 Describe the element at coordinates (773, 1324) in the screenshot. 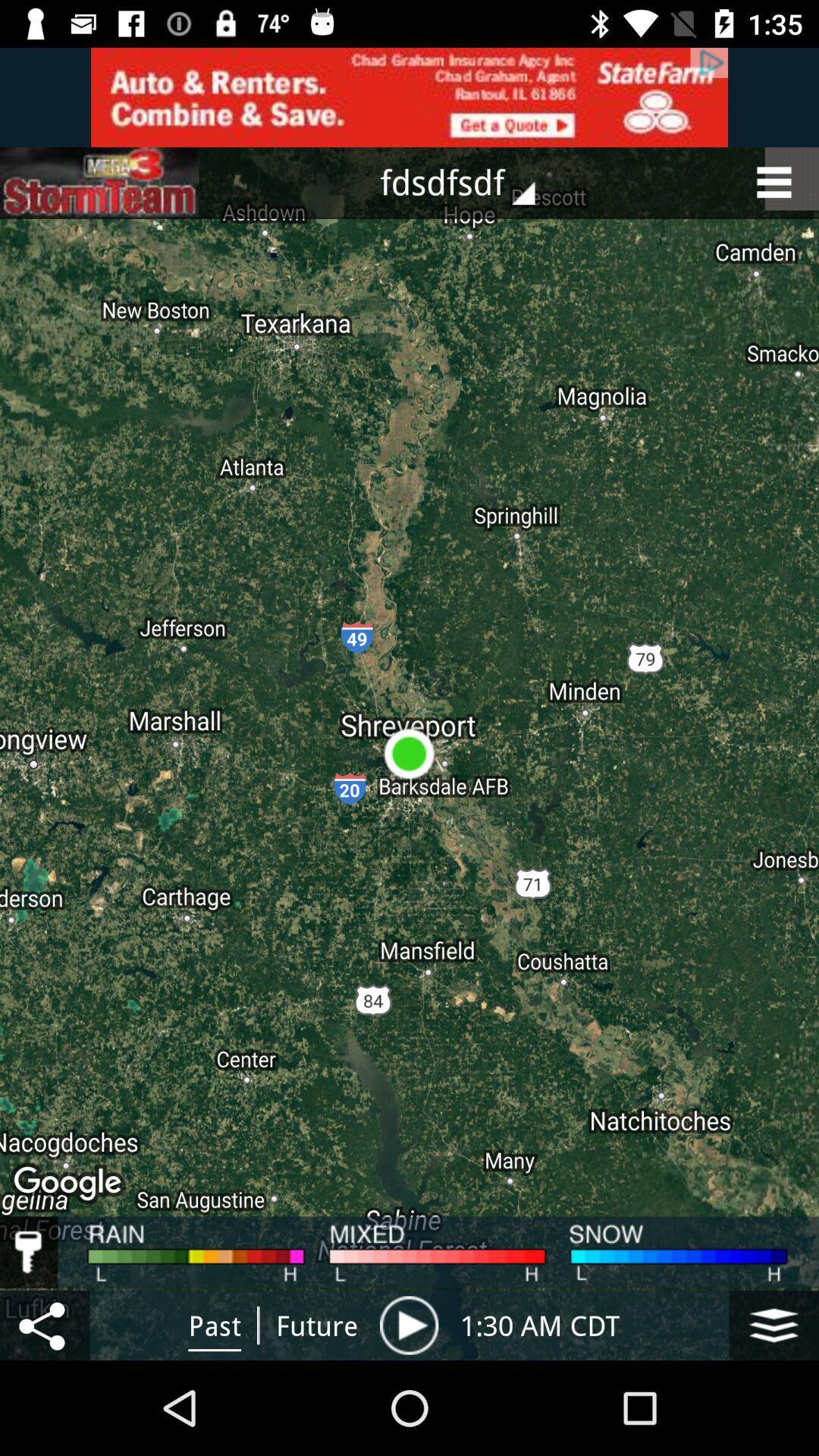

I see `the layers icon` at that location.